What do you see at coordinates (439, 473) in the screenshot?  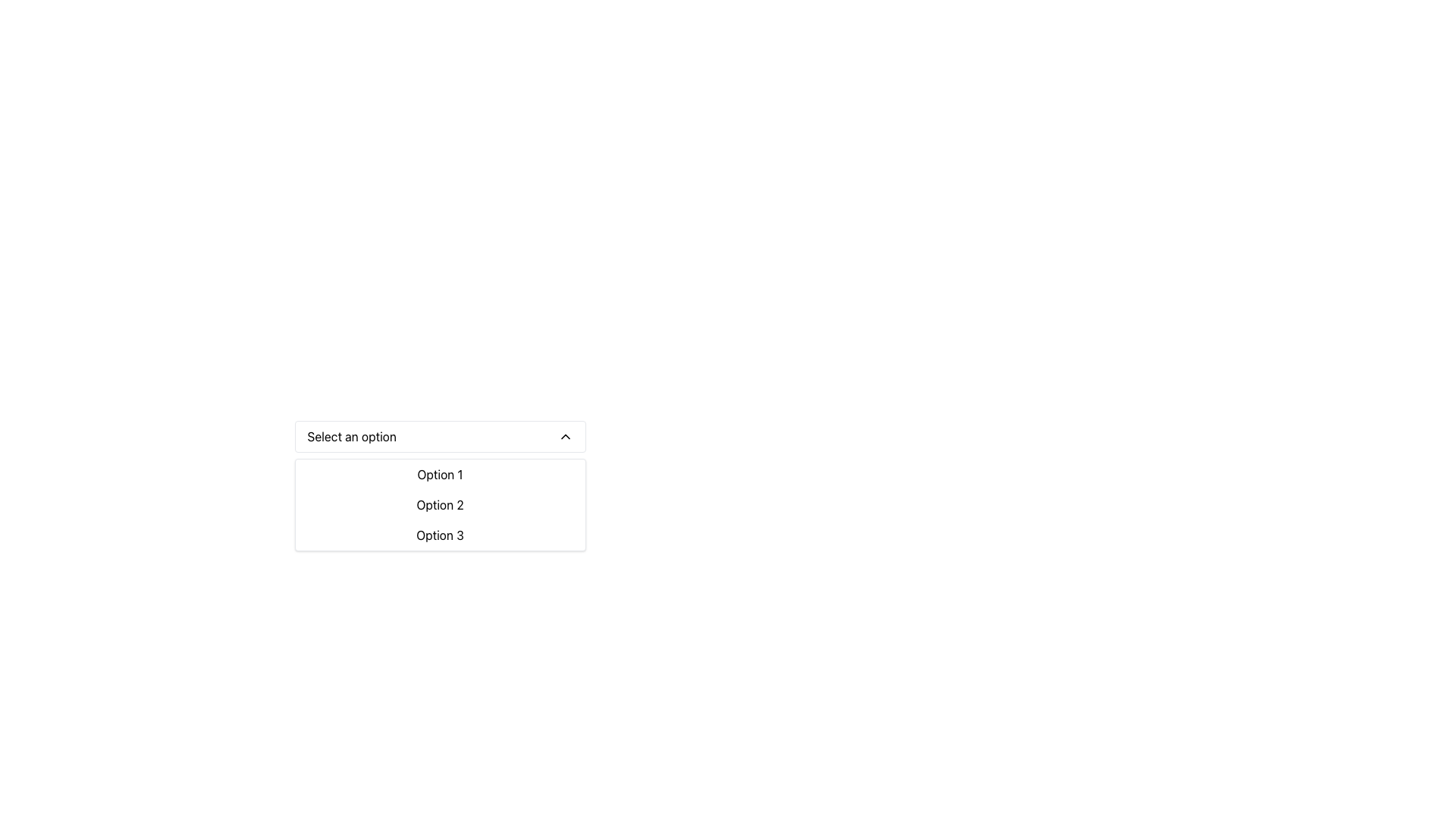 I see `the first selectable option 'Option 1' in the dropdown menu` at bounding box center [439, 473].